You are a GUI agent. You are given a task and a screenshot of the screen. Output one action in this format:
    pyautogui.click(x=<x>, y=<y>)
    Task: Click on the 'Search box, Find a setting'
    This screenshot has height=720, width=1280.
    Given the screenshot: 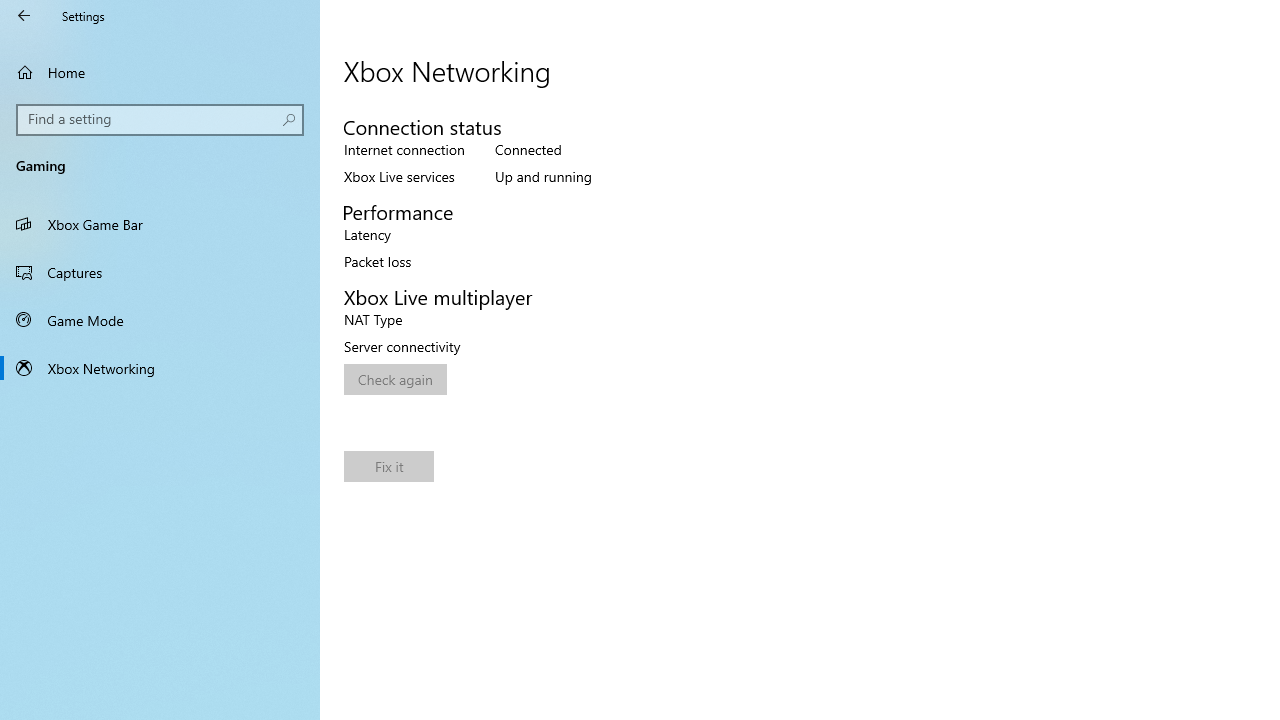 What is the action you would take?
    pyautogui.click(x=160, y=119)
    